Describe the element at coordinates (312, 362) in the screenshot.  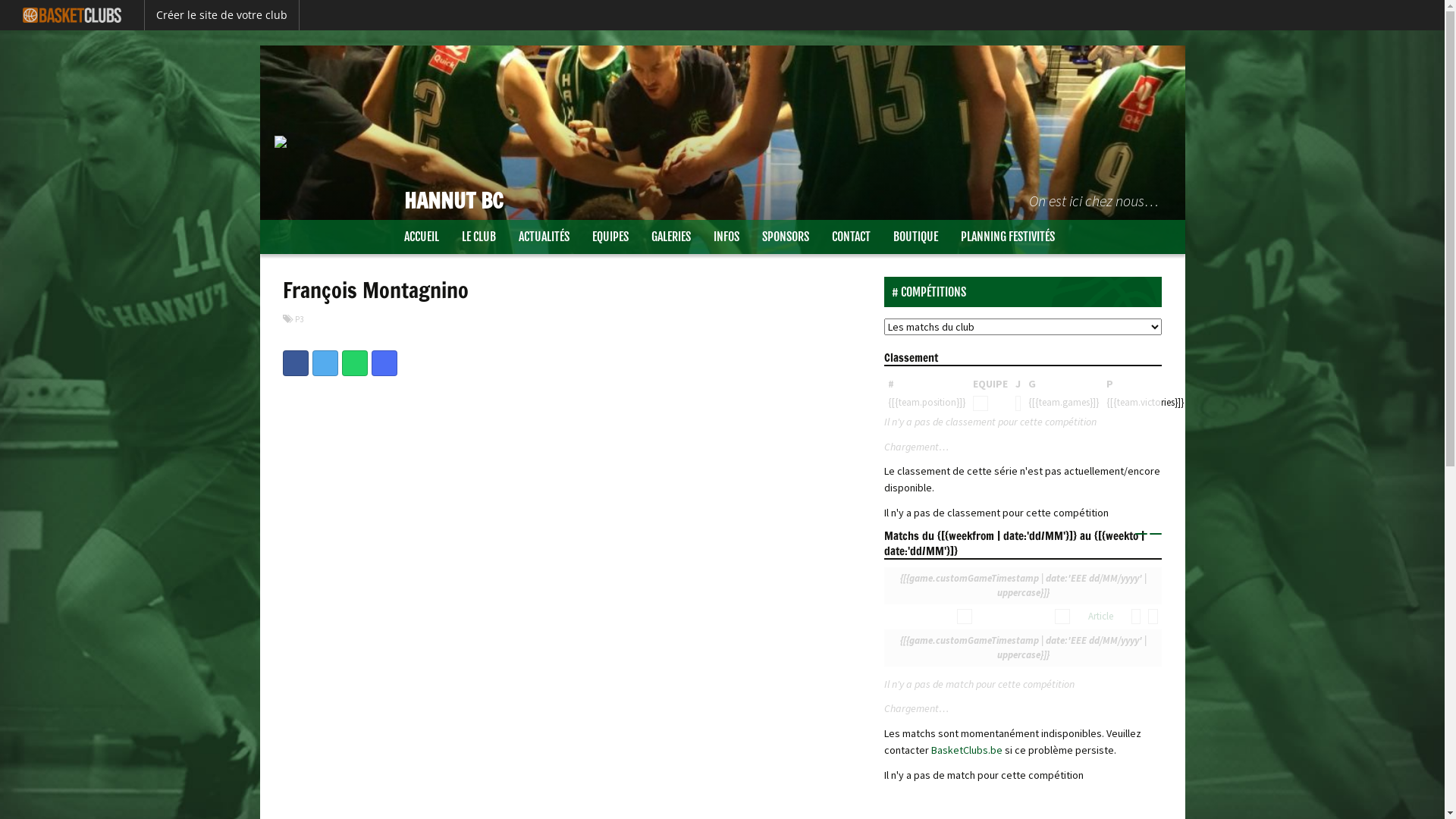
I see `'Partager sur Twitter'` at that location.